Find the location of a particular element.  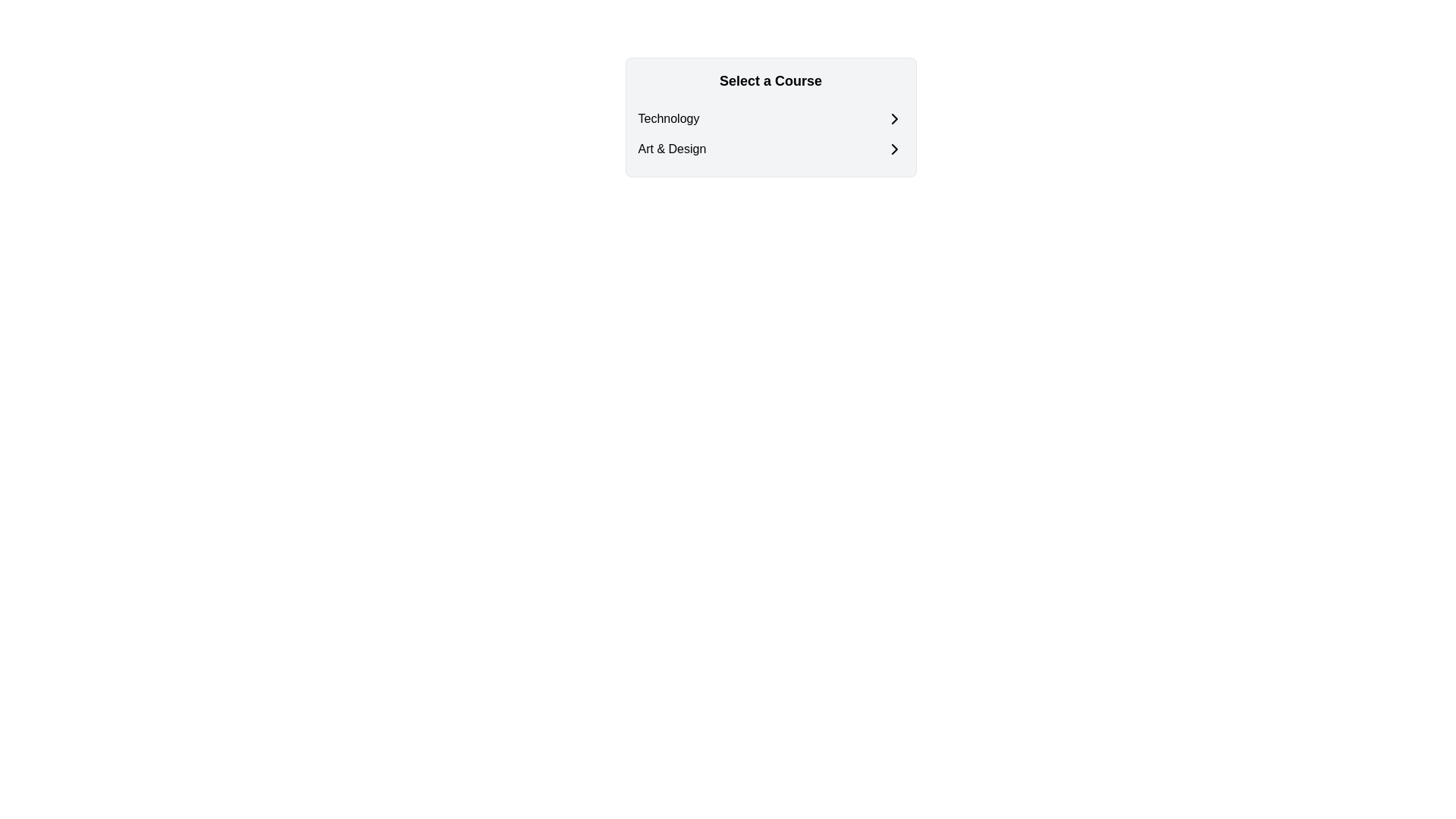

the 'Technology' selection option in the 'Select a Course' menu is located at coordinates (770, 118).